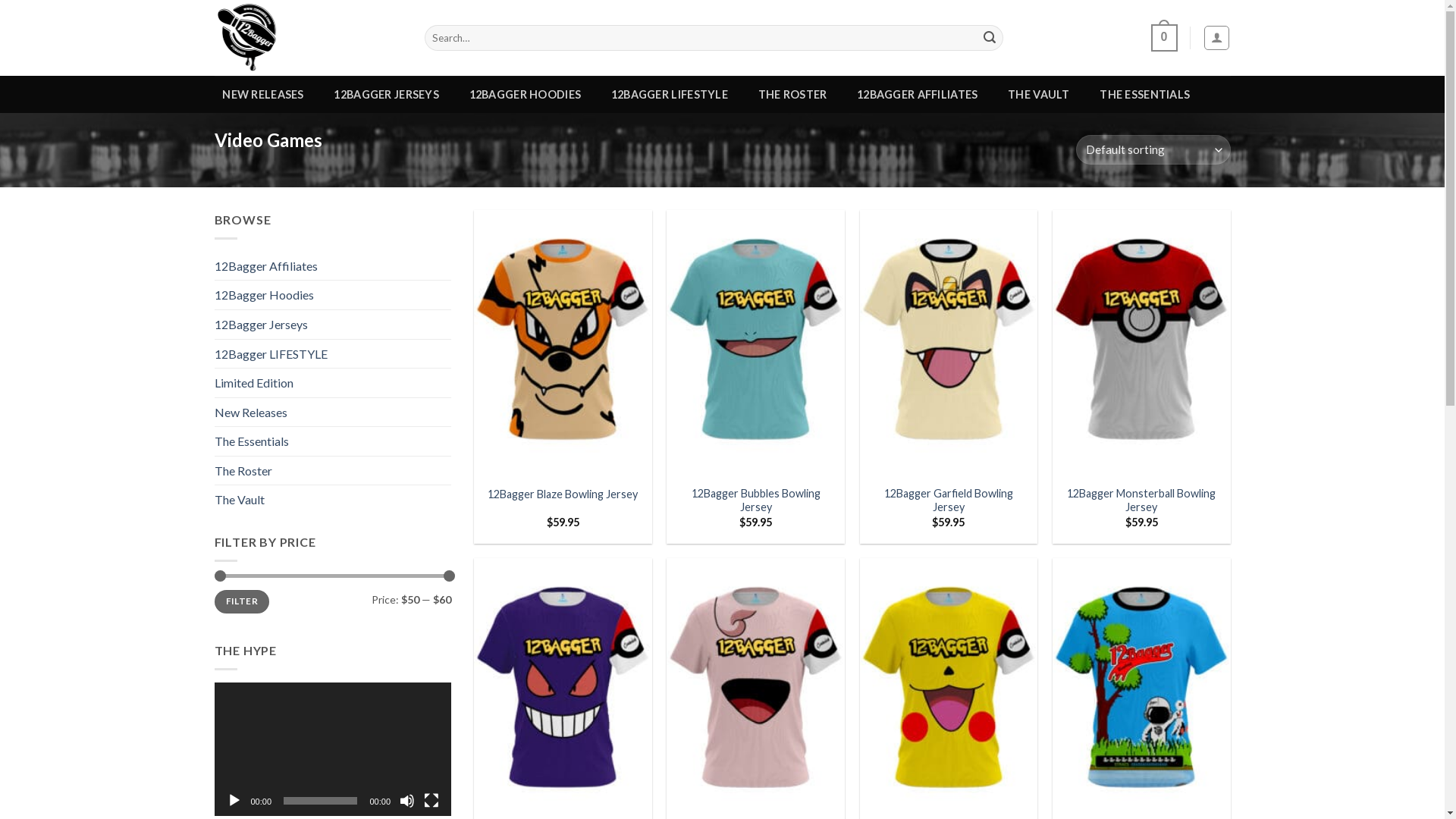 The image size is (1456, 819). I want to click on '12Bagger LIFESTYLE', so click(331, 353).